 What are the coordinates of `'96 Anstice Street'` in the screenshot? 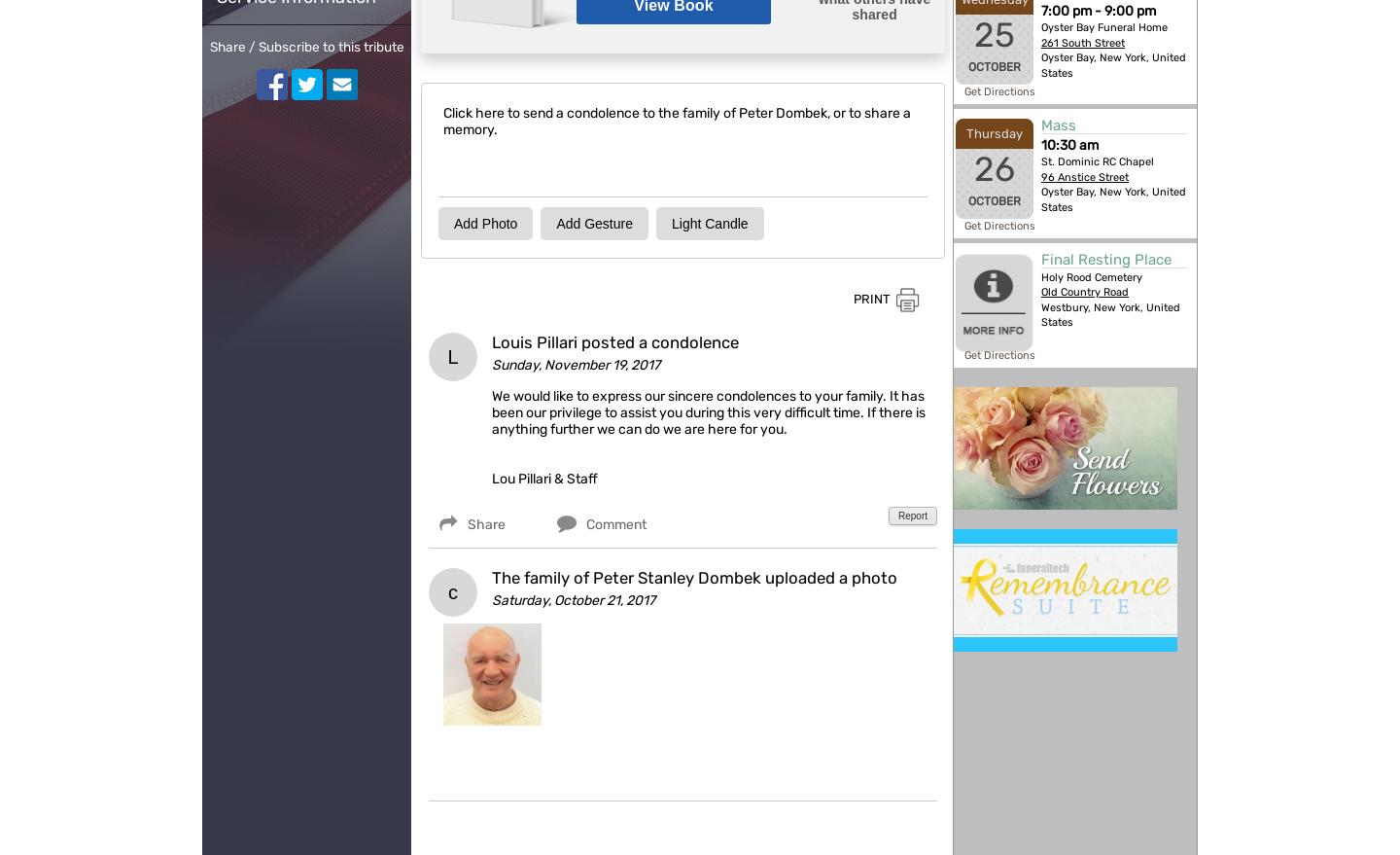 It's located at (1084, 175).